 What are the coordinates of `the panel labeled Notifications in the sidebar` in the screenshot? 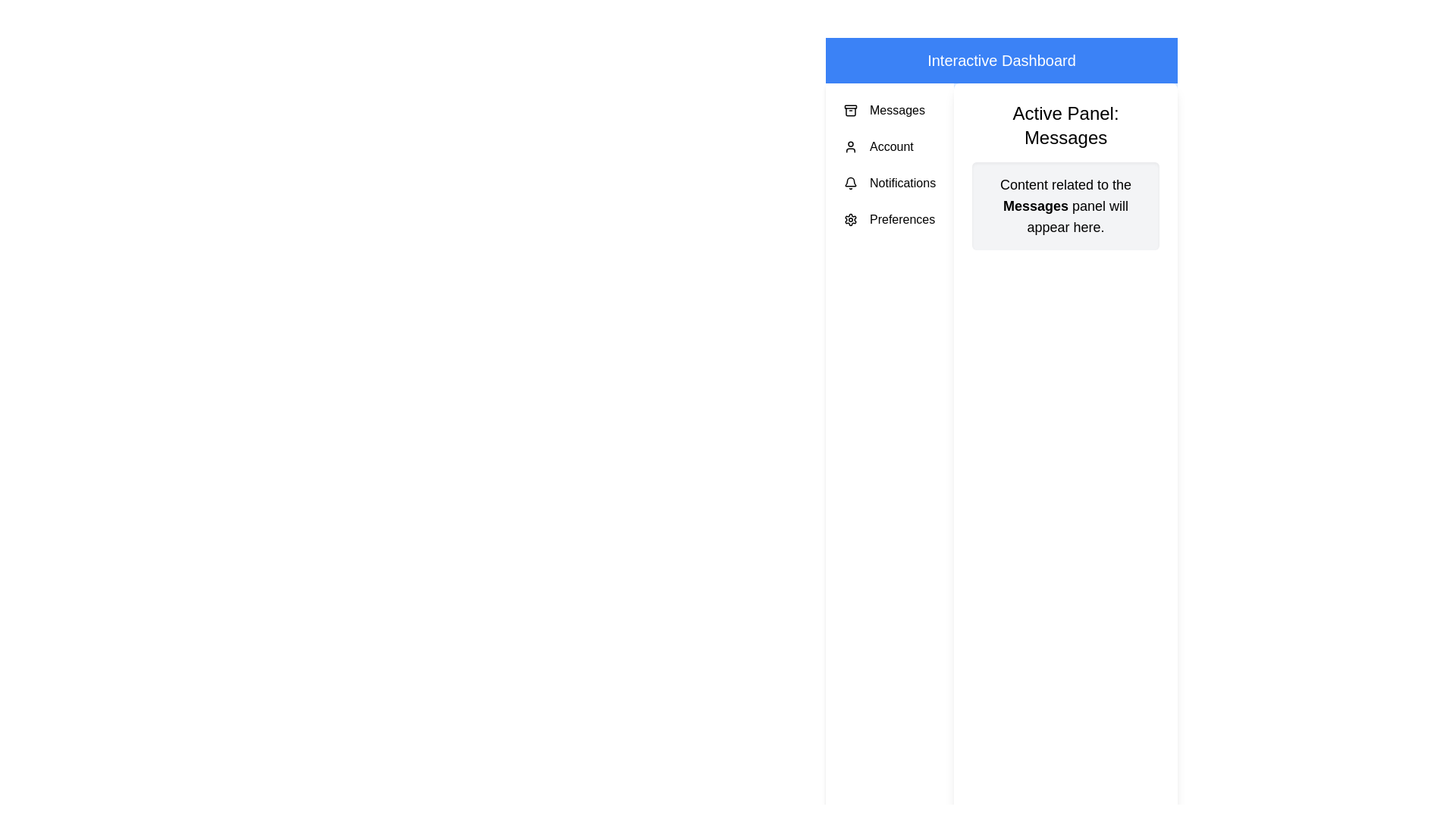 It's located at (890, 183).